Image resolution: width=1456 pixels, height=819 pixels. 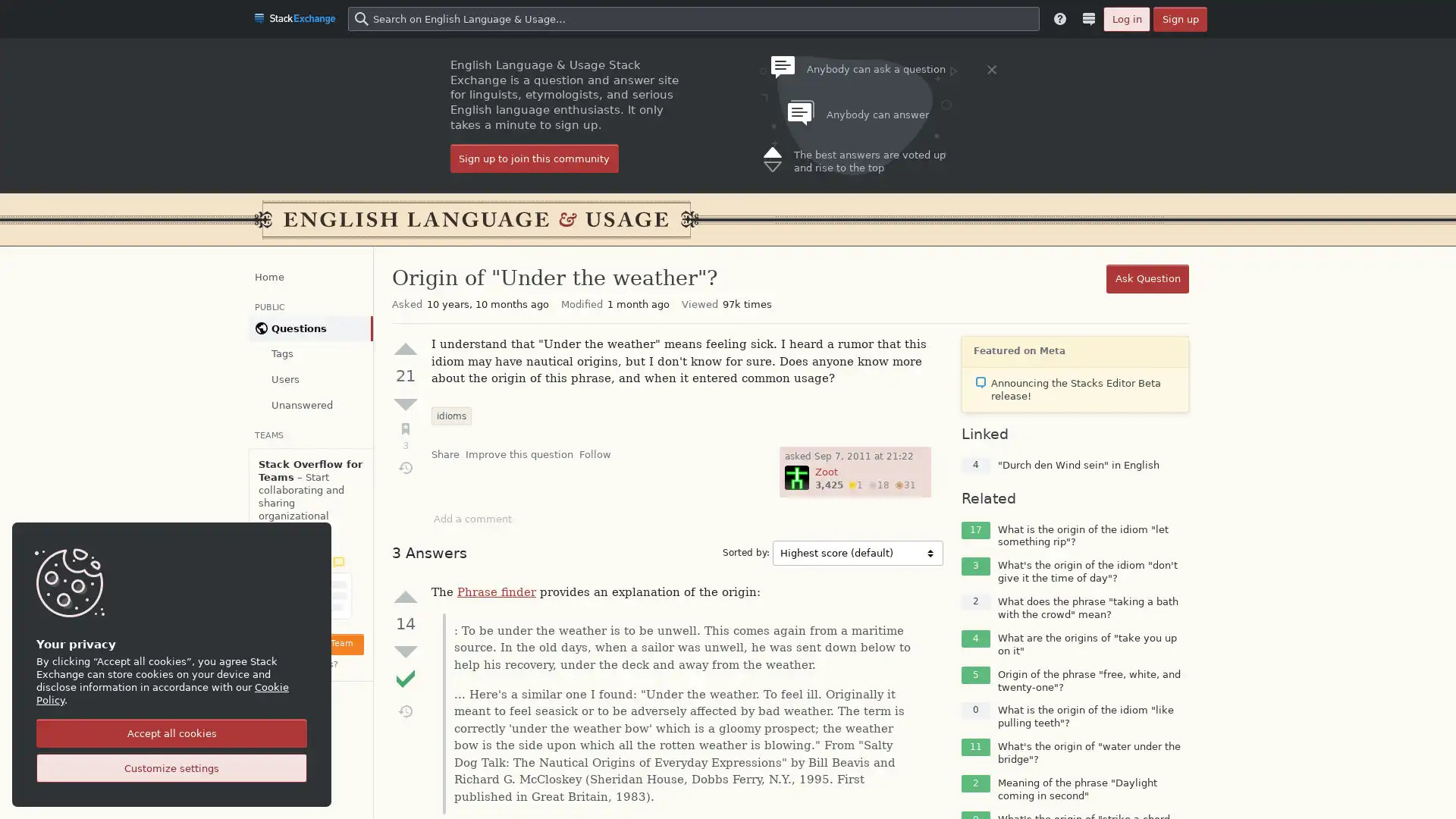 What do you see at coordinates (405, 651) in the screenshot?
I see `Down vote` at bounding box center [405, 651].